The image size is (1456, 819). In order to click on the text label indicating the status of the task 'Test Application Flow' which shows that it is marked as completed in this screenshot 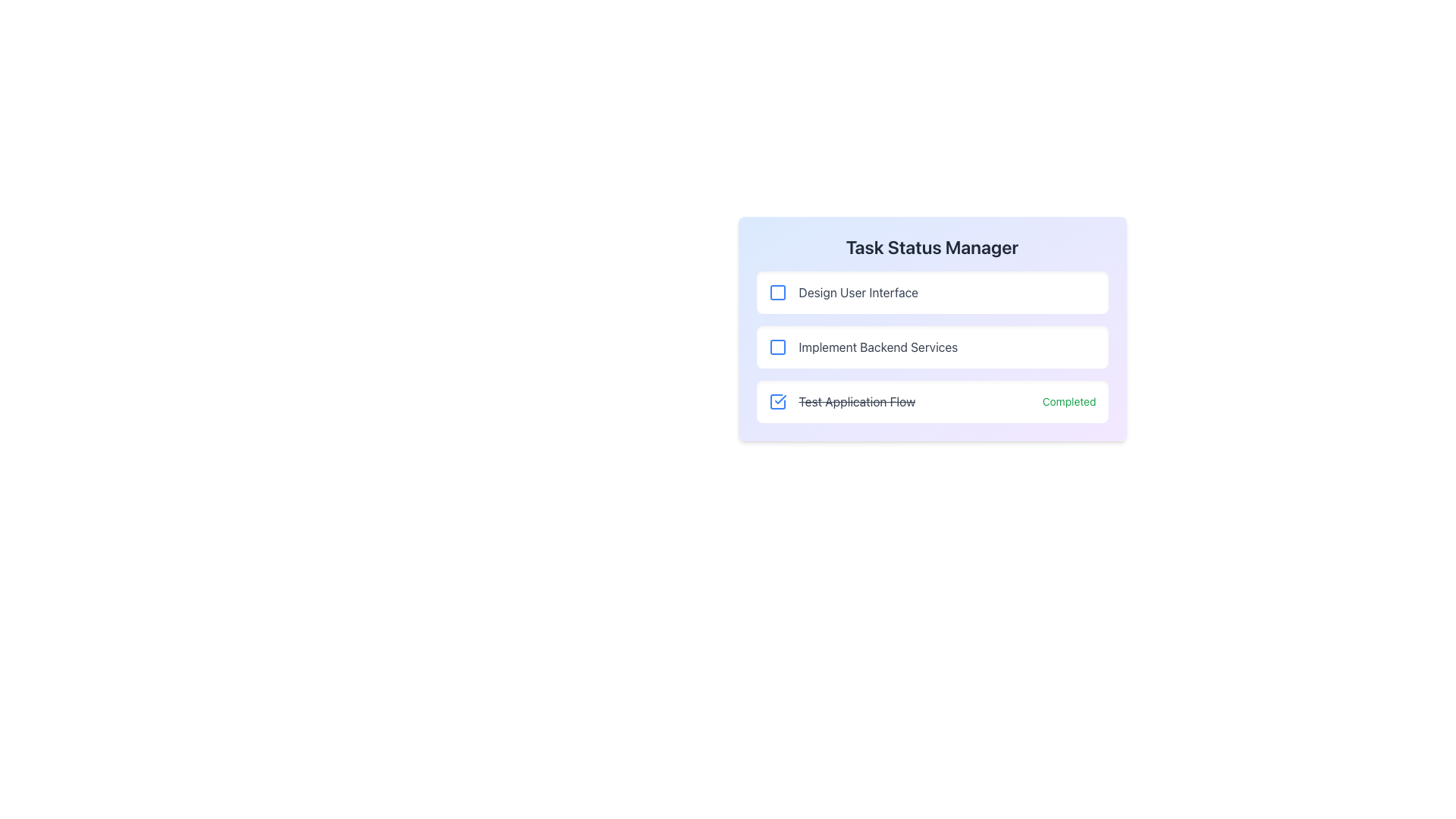, I will do `click(1068, 400)`.